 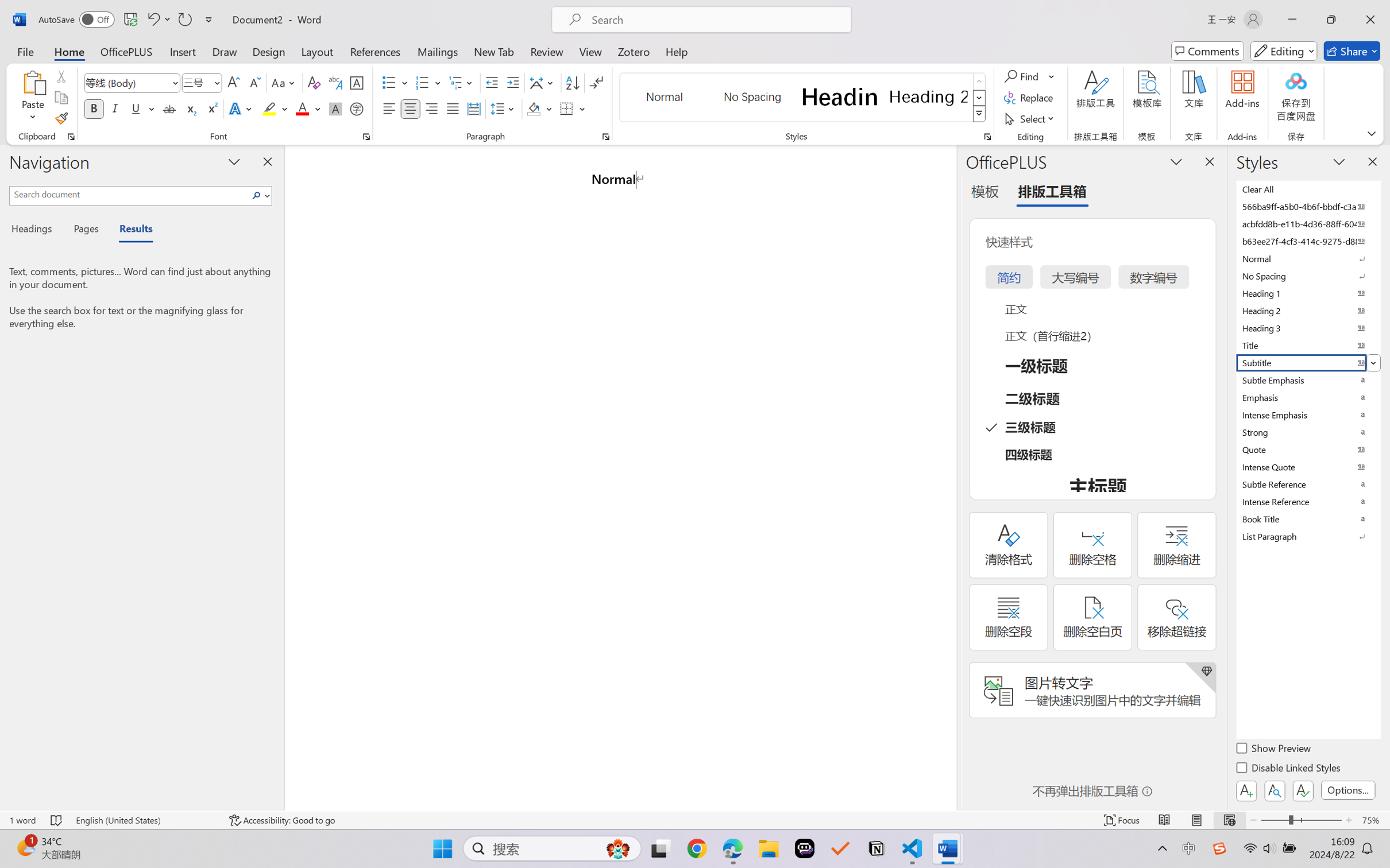 I want to click on 'Subtitle', so click(x=1307, y=362).